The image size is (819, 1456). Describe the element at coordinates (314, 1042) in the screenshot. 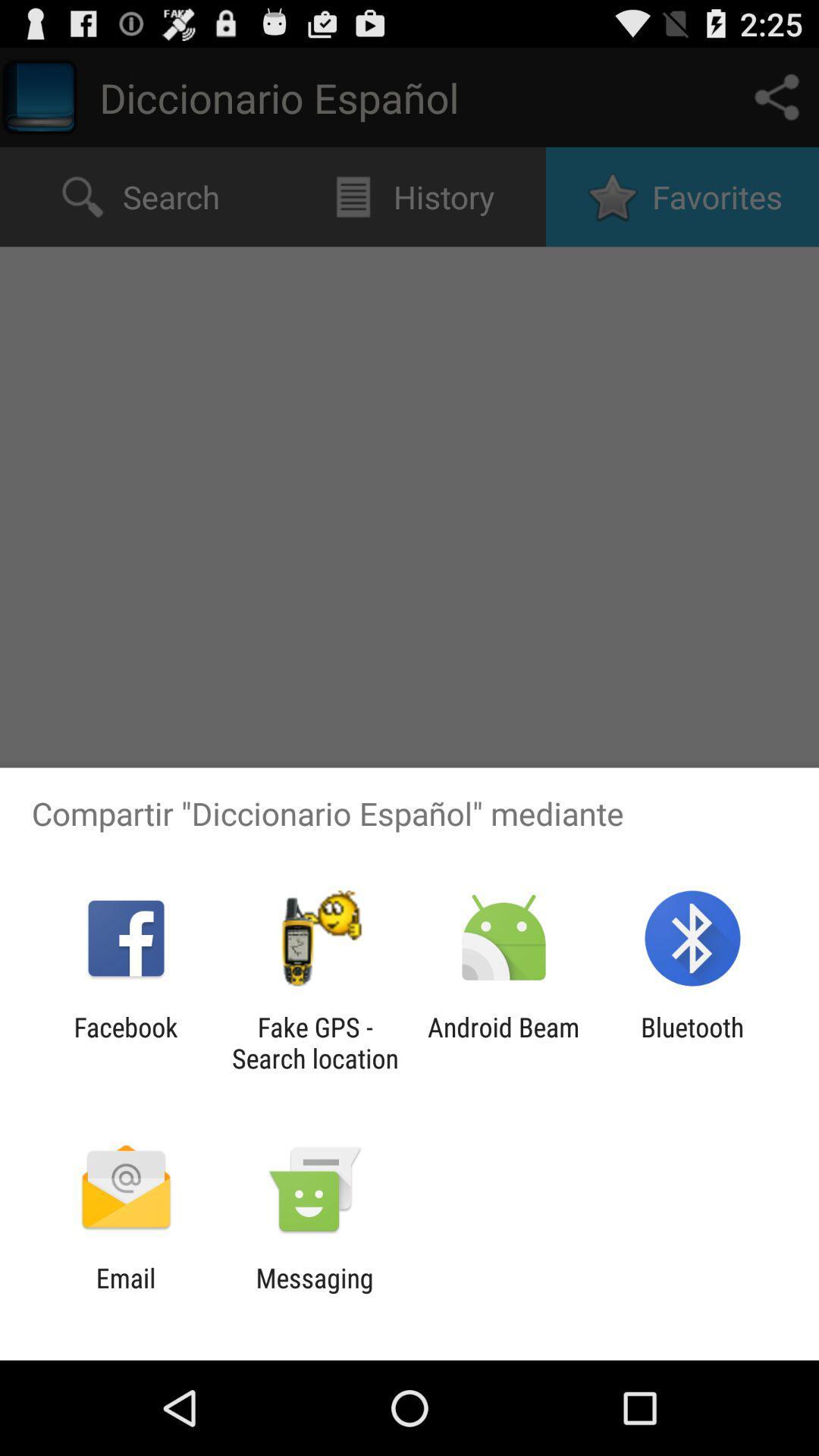

I see `item next to android beam app` at that location.